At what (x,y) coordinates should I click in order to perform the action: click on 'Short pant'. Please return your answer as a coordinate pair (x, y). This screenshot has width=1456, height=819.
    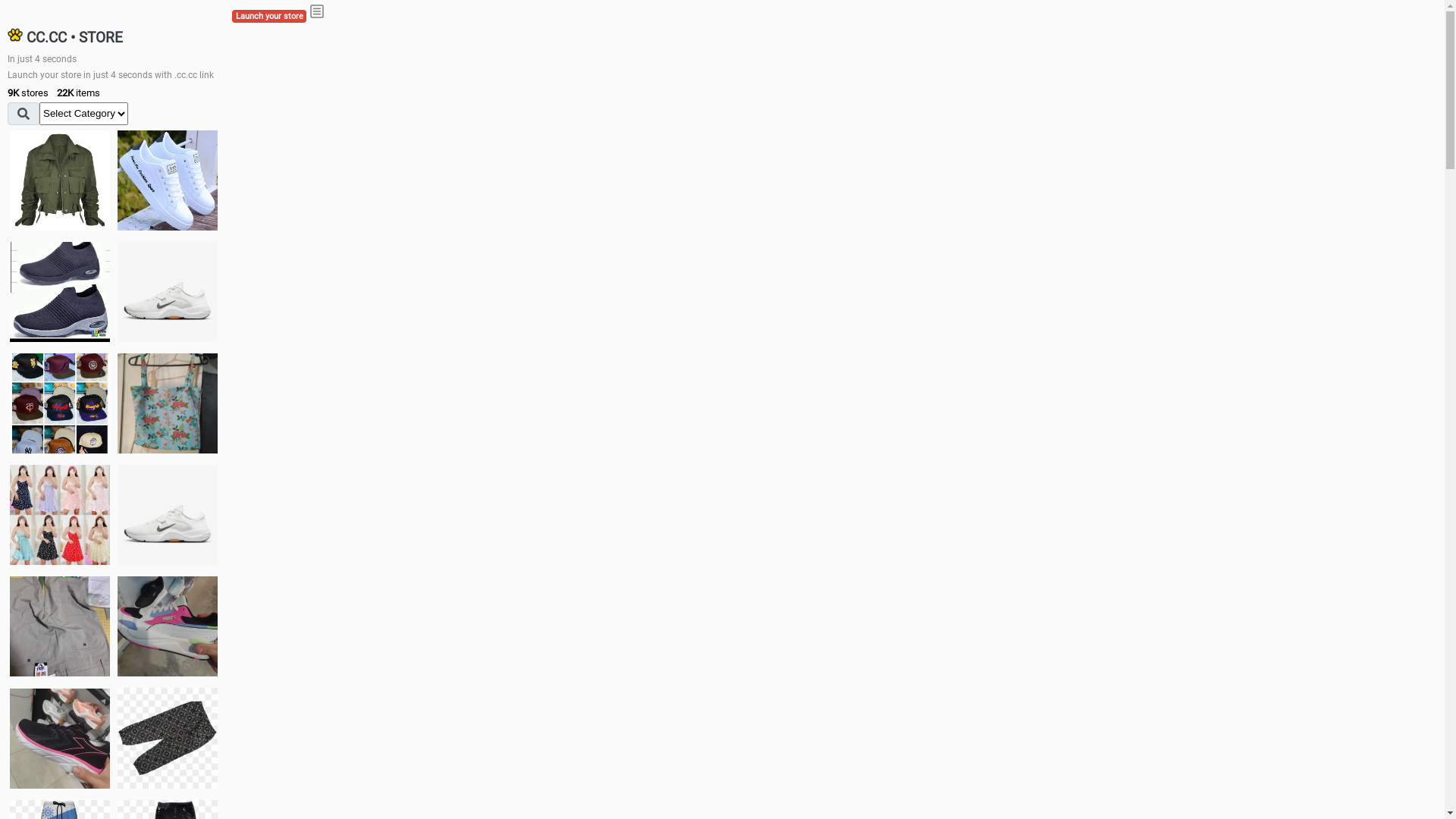
    Looking at the image, I should click on (167, 736).